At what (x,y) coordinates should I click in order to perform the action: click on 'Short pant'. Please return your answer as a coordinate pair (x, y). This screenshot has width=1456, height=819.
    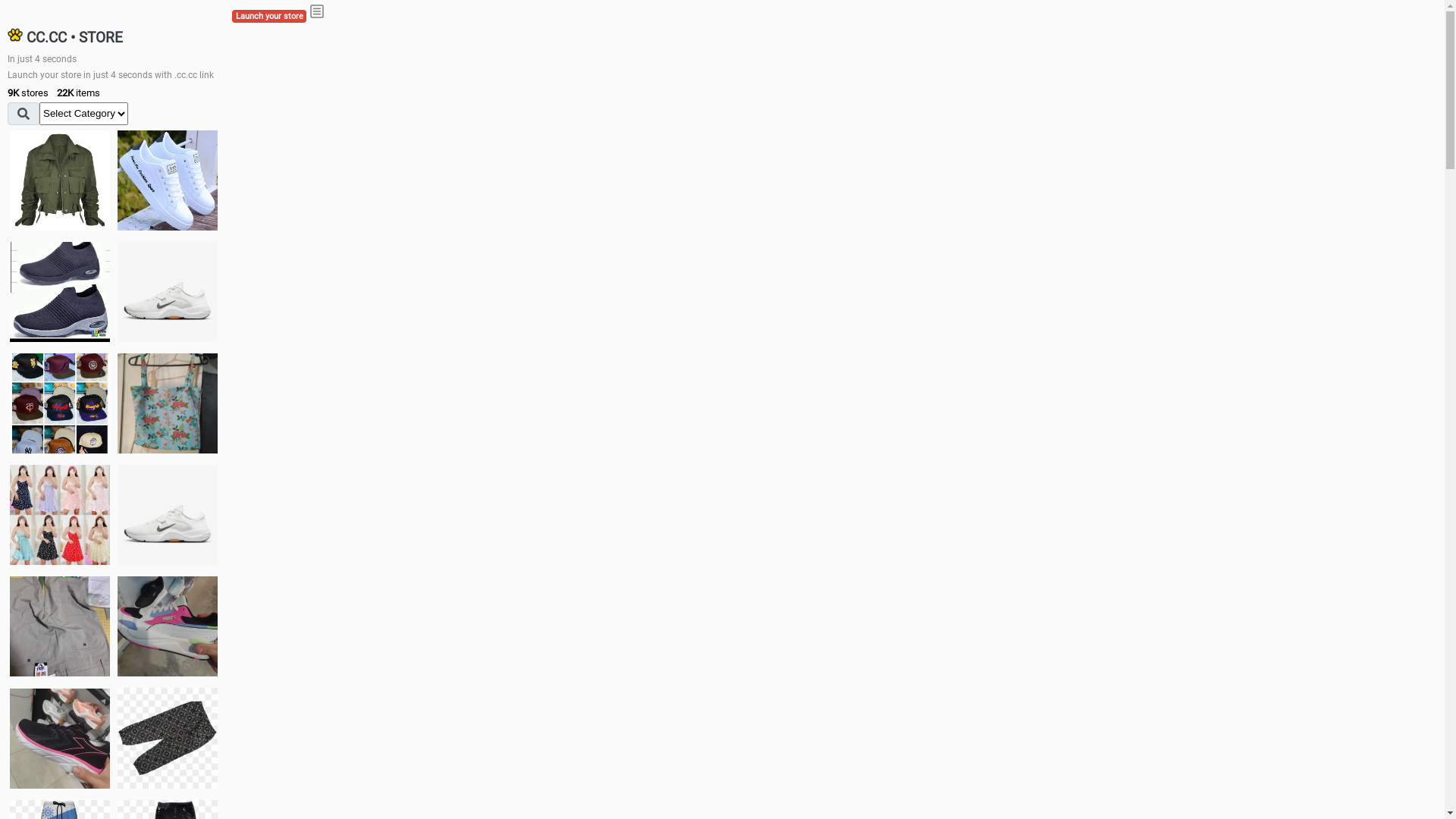
    Looking at the image, I should click on (167, 736).